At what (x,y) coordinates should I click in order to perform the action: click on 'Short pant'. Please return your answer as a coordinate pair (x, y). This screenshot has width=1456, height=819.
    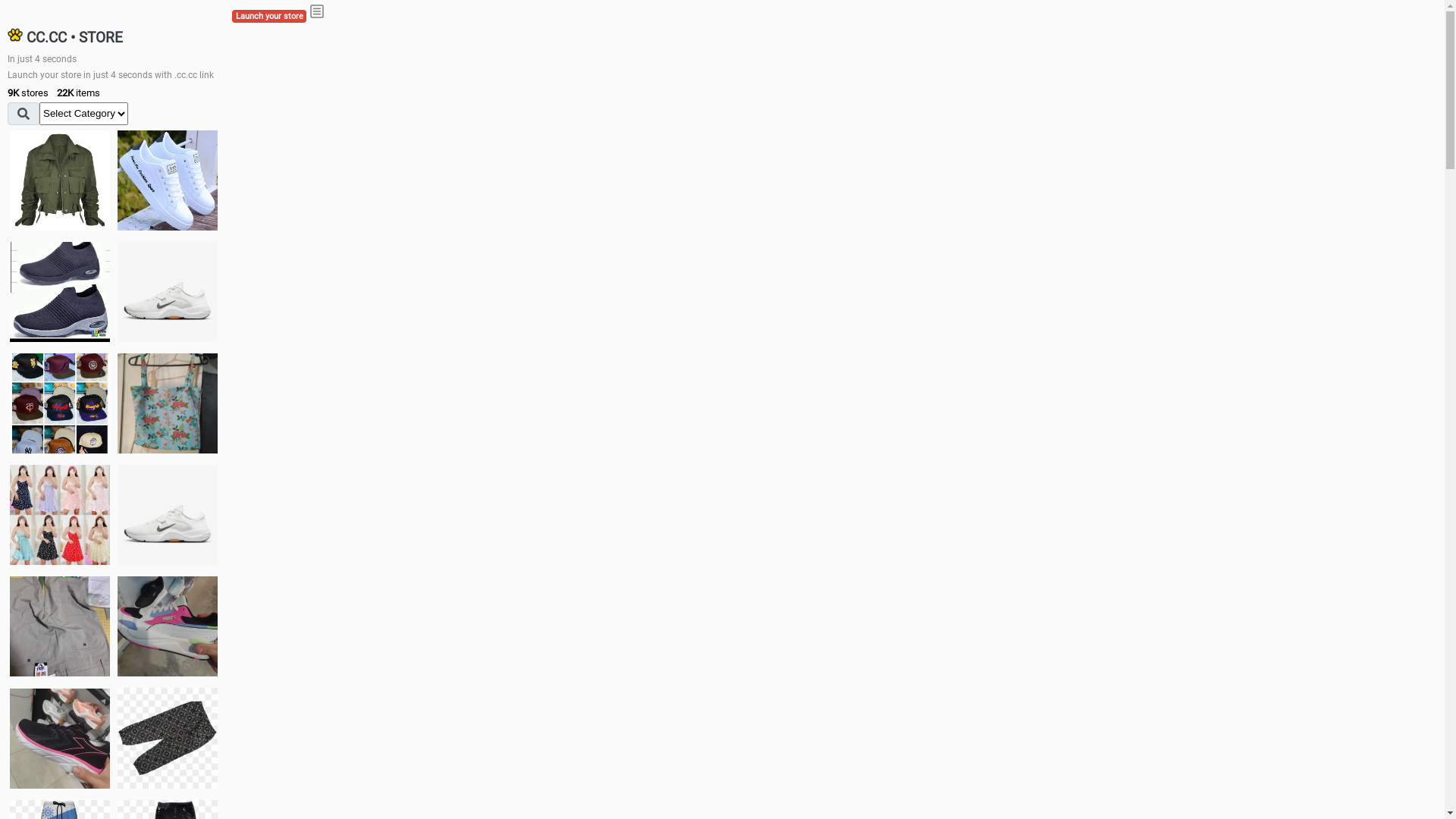
    Looking at the image, I should click on (167, 736).